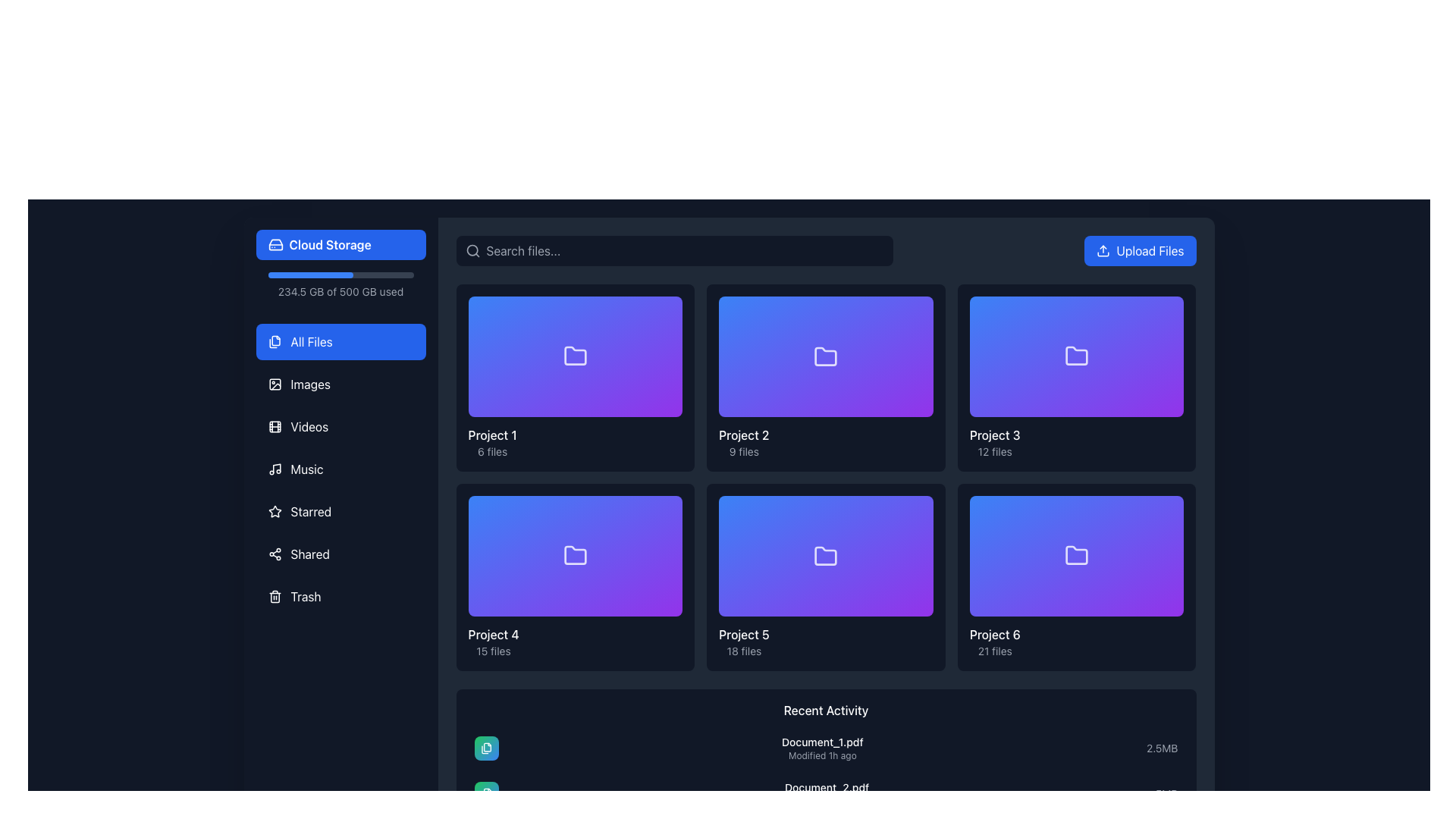 The image size is (1456, 819). What do you see at coordinates (821, 748) in the screenshot?
I see `the text label displaying 'Document_1.pdf' in the 'Recent Activity' section, which shows 'Modified 1h ago' as a subtext` at bounding box center [821, 748].